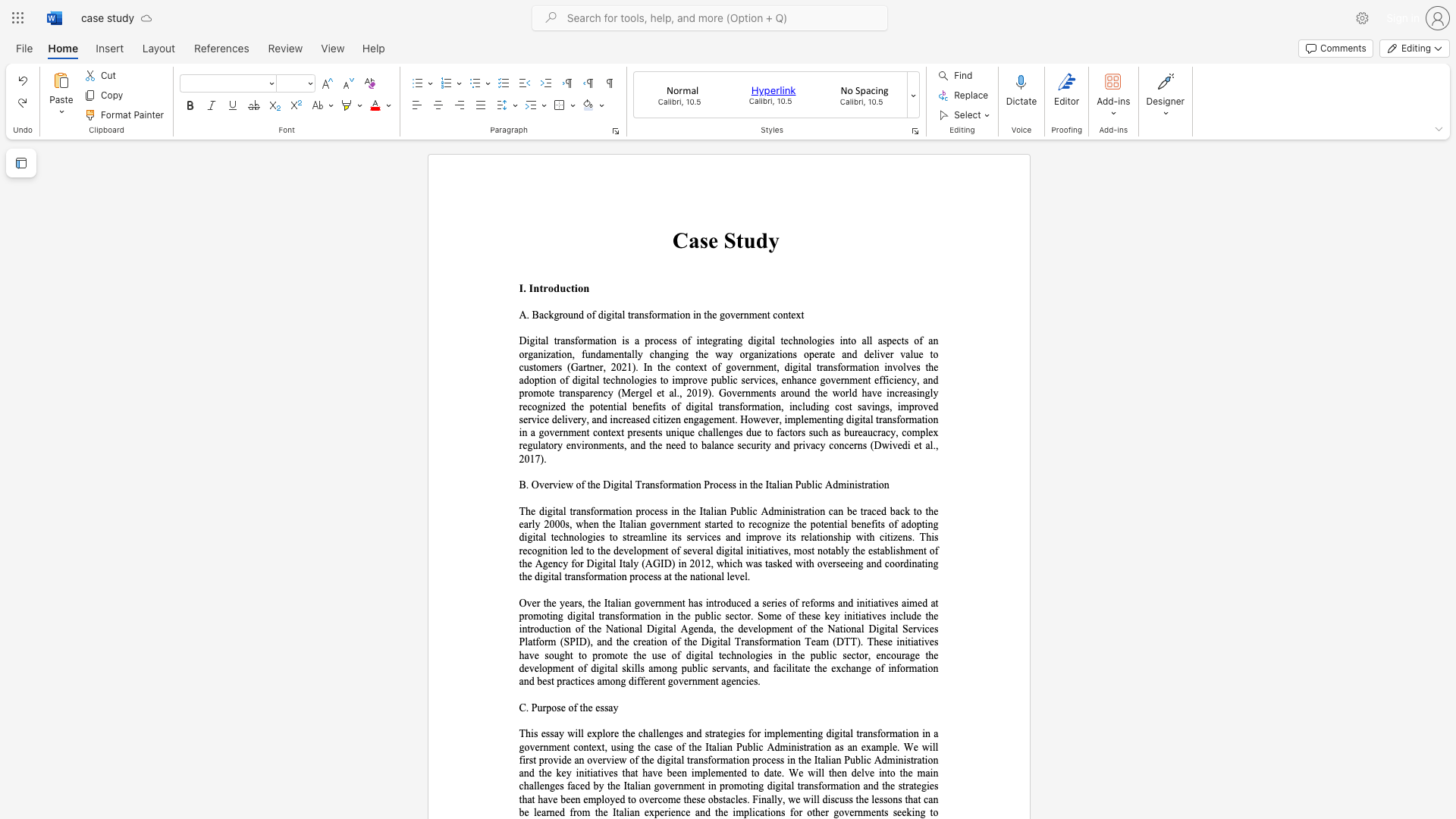  Describe the element at coordinates (698, 239) in the screenshot. I see `the subset text "se S" within the text "Case Study"` at that location.